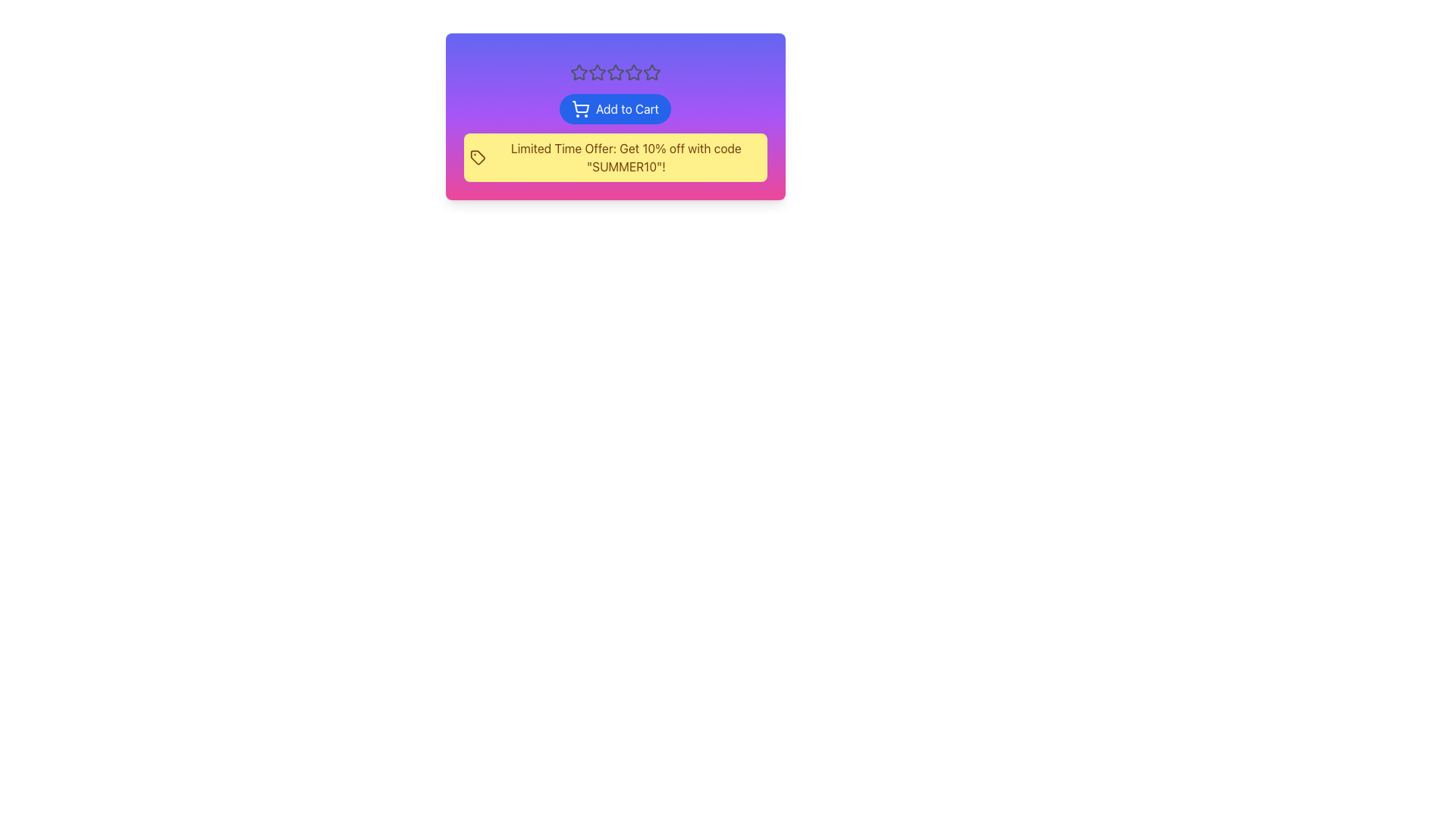 This screenshot has width=1456, height=819. What do you see at coordinates (651, 72) in the screenshot?
I see `the fourth star in the five-star rating system` at bounding box center [651, 72].